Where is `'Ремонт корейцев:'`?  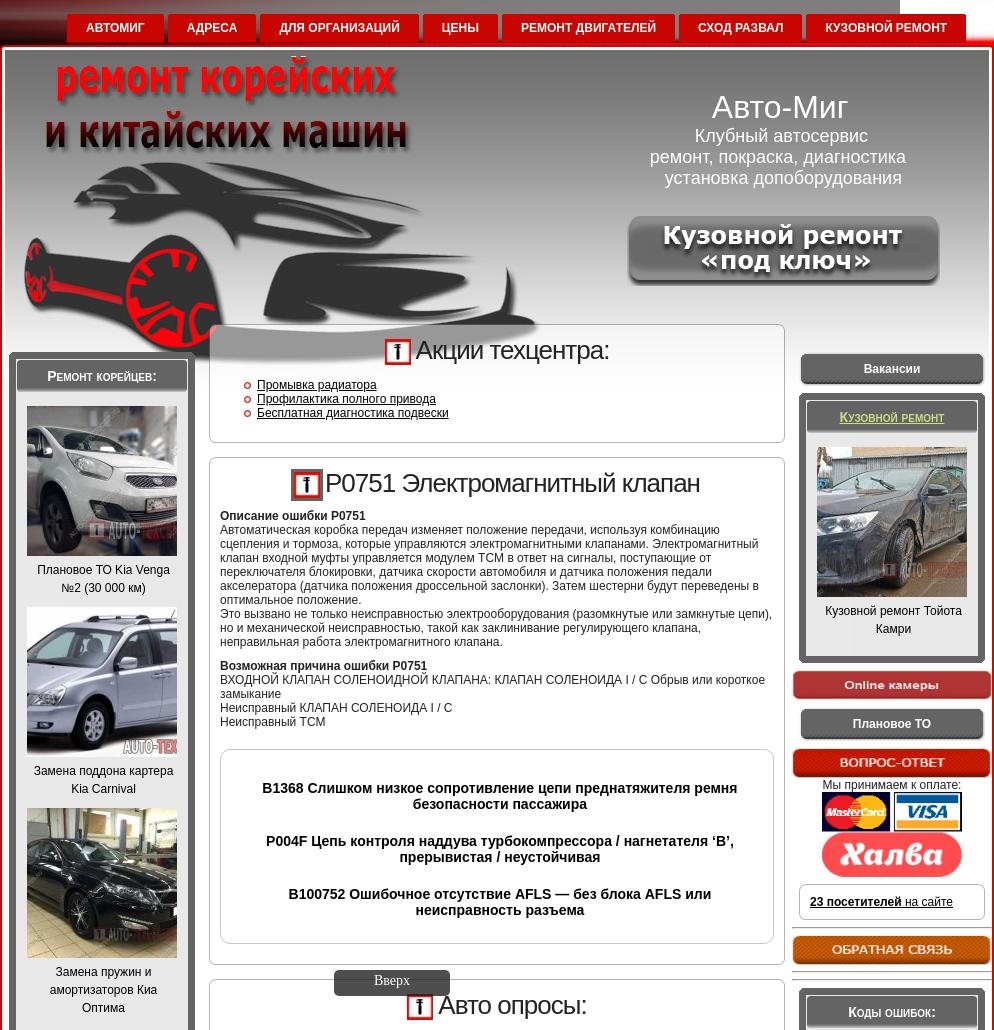 'Ремонт корейцев:' is located at coordinates (46, 375).